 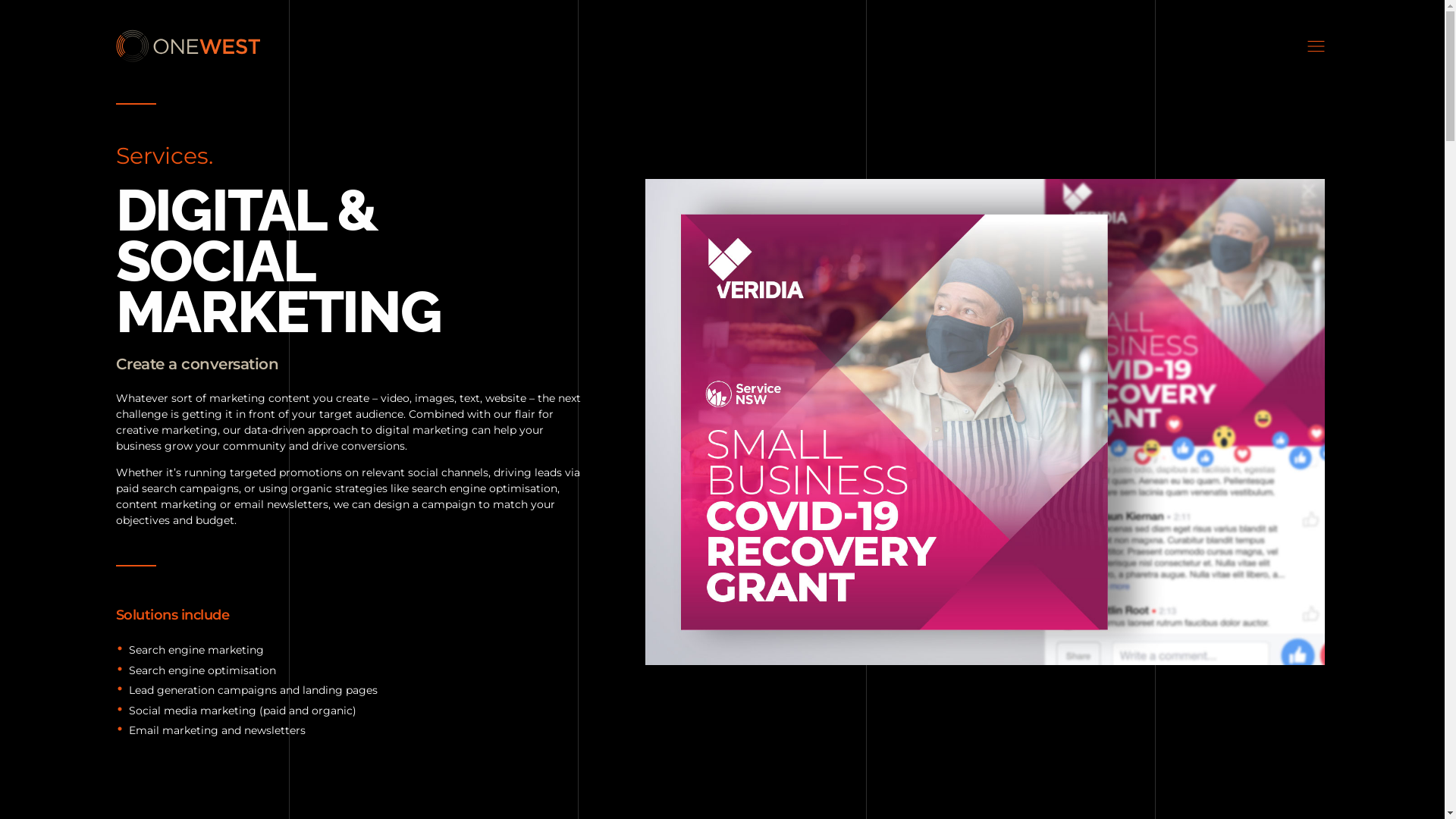 What do you see at coordinates (186, 45) in the screenshot?
I see `'OneWest Design & Media'` at bounding box center [186, 45].